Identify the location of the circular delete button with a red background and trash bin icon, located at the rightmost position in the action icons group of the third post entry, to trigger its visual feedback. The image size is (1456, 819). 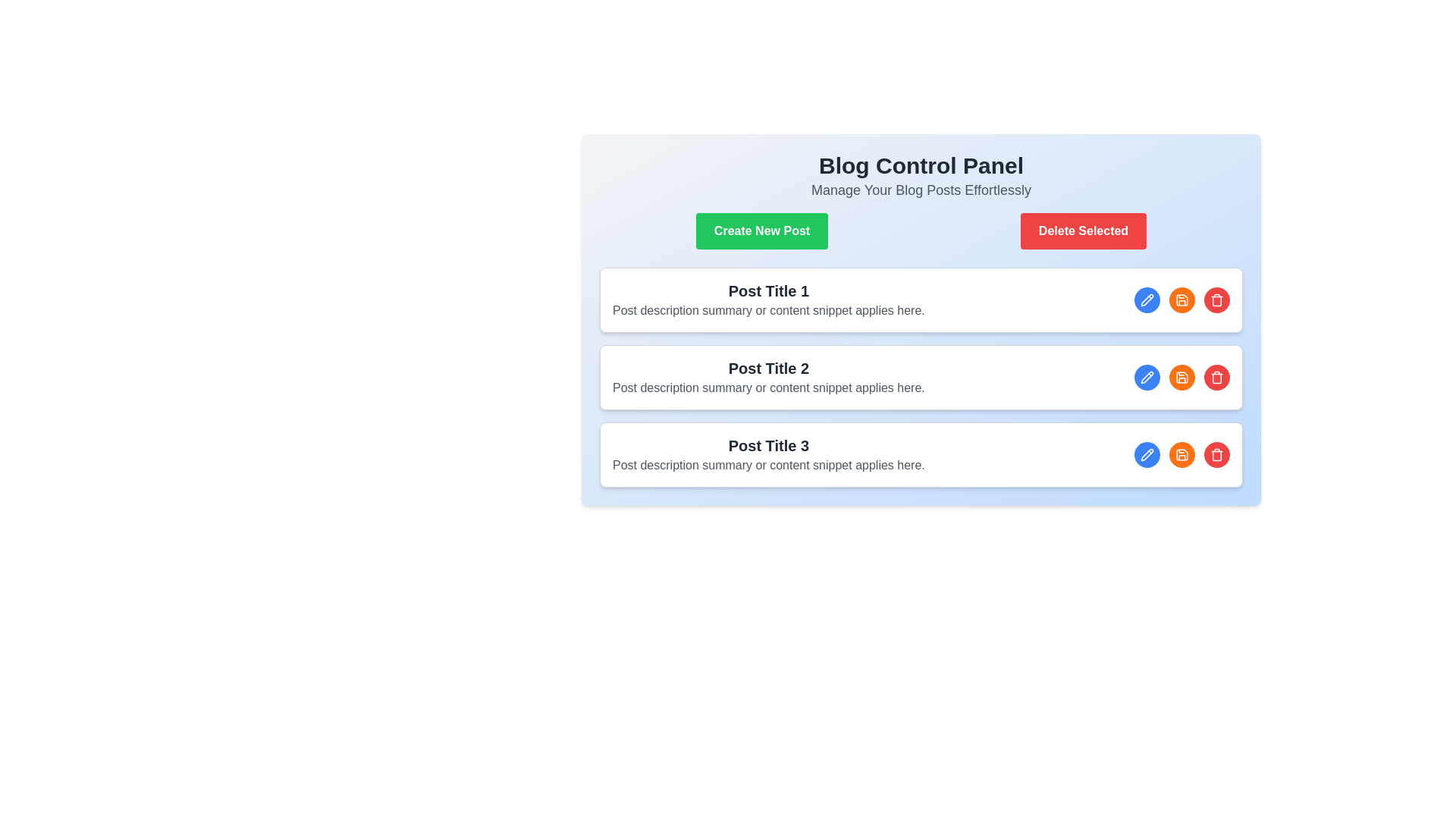
(1216, 454).